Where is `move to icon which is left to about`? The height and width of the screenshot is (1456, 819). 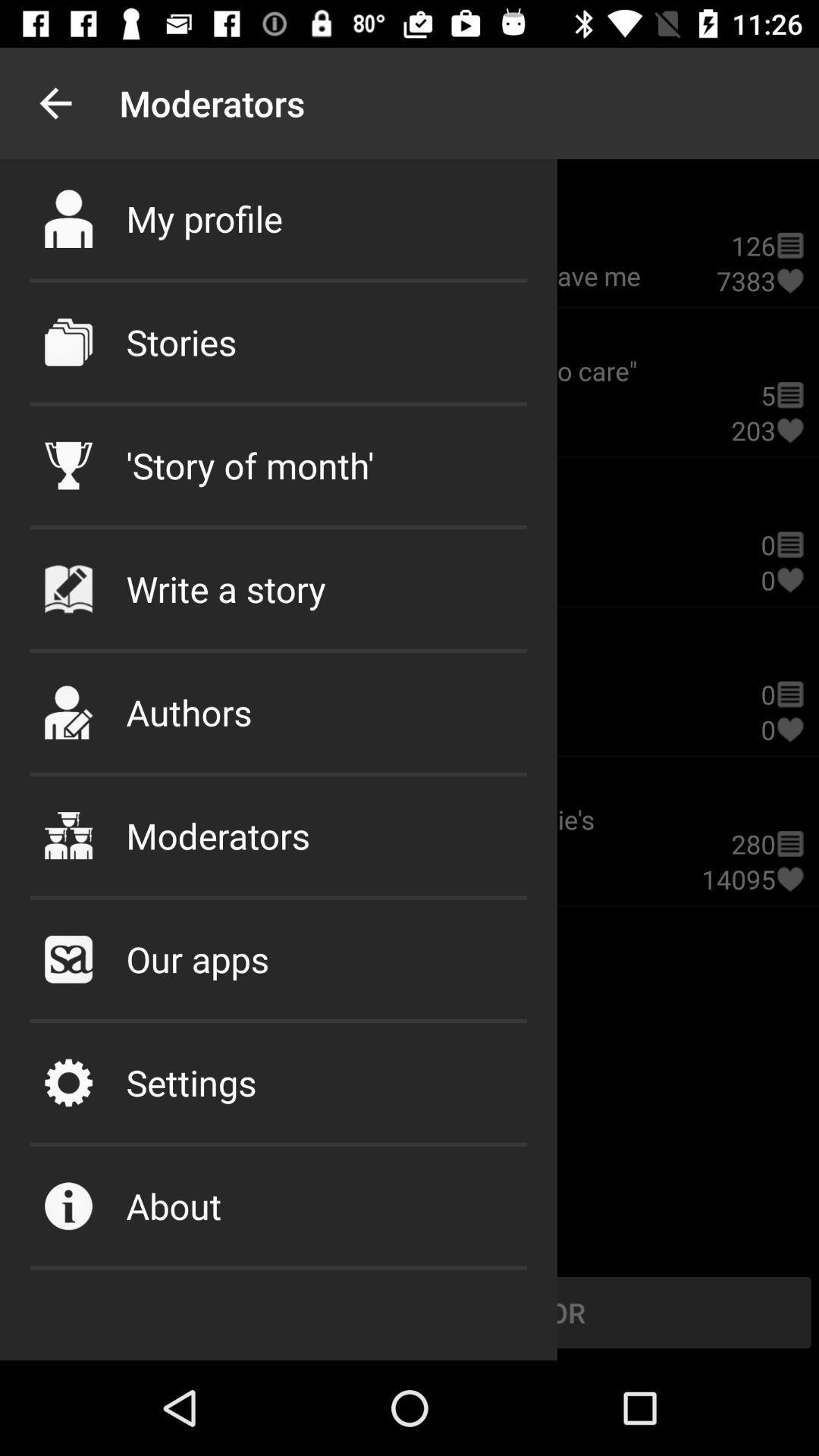 move to icon which is left to about is located at coordinates (68, 1205).